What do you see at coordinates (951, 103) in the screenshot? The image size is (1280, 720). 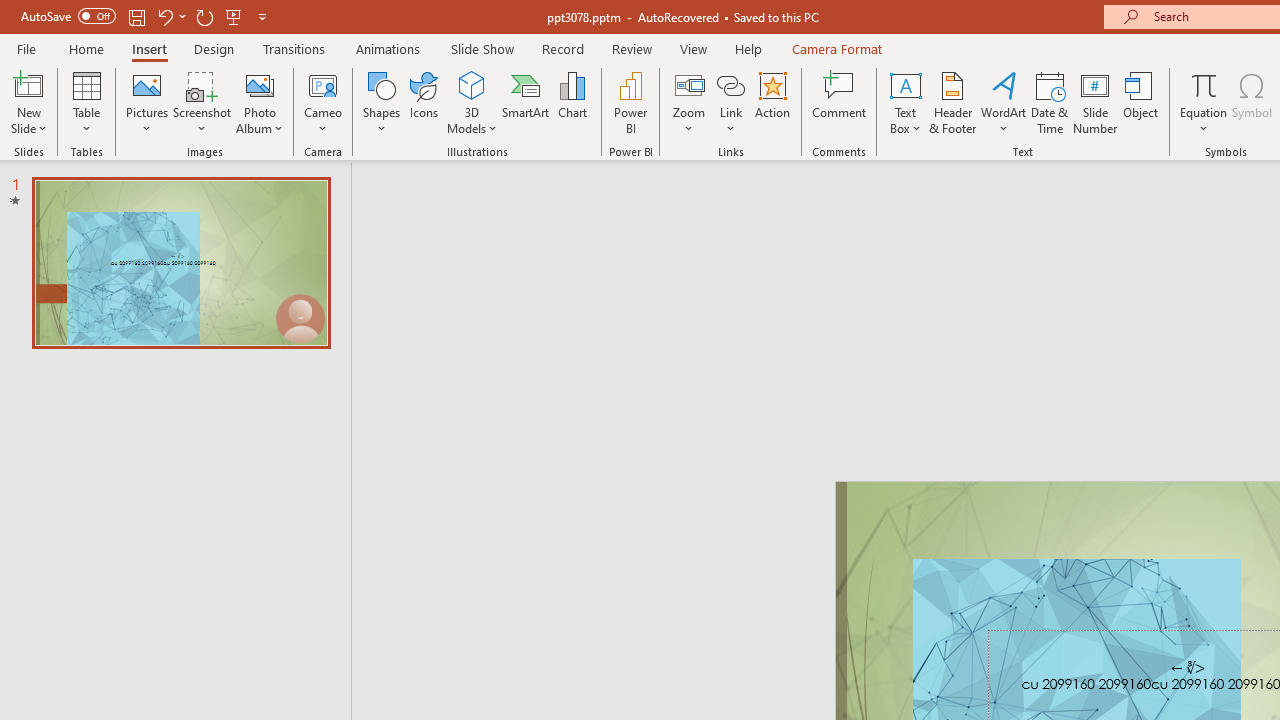 I see `'Header & Footer...'` at bounding box center [951, 103].